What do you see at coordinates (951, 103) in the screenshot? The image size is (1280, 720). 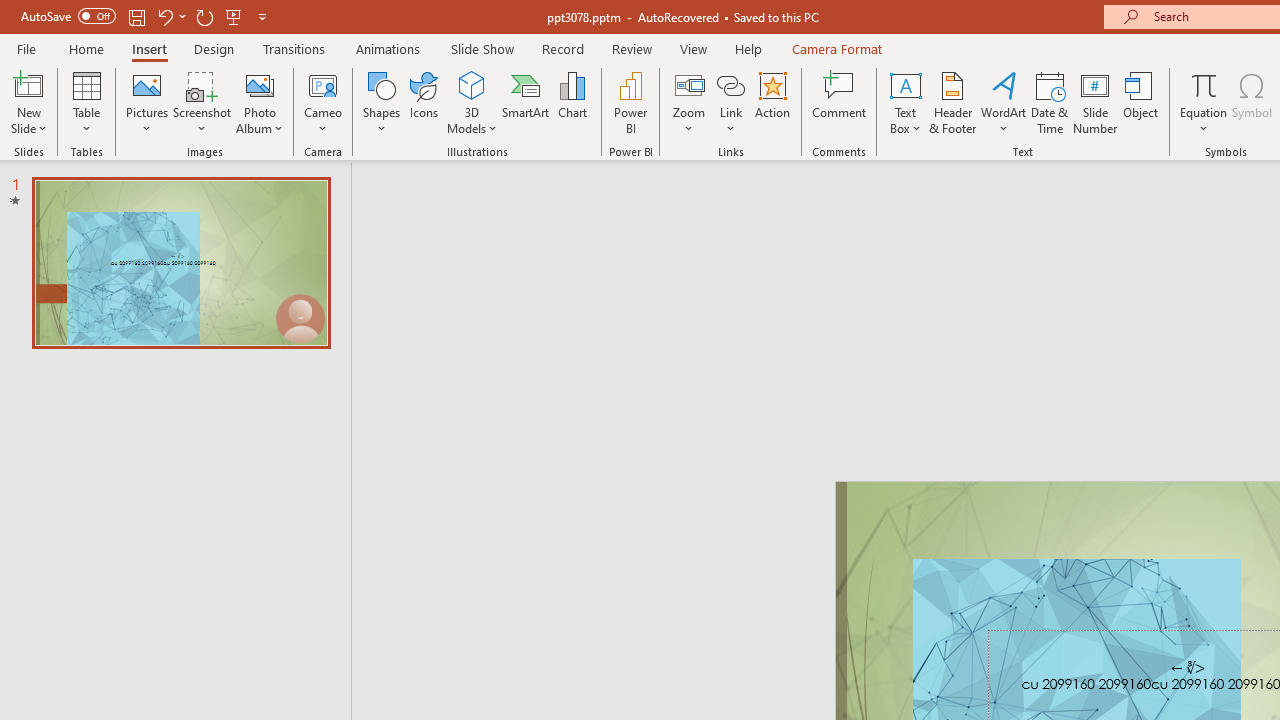 I see `'Header & Footer...'` at bounding box center [951, 103].